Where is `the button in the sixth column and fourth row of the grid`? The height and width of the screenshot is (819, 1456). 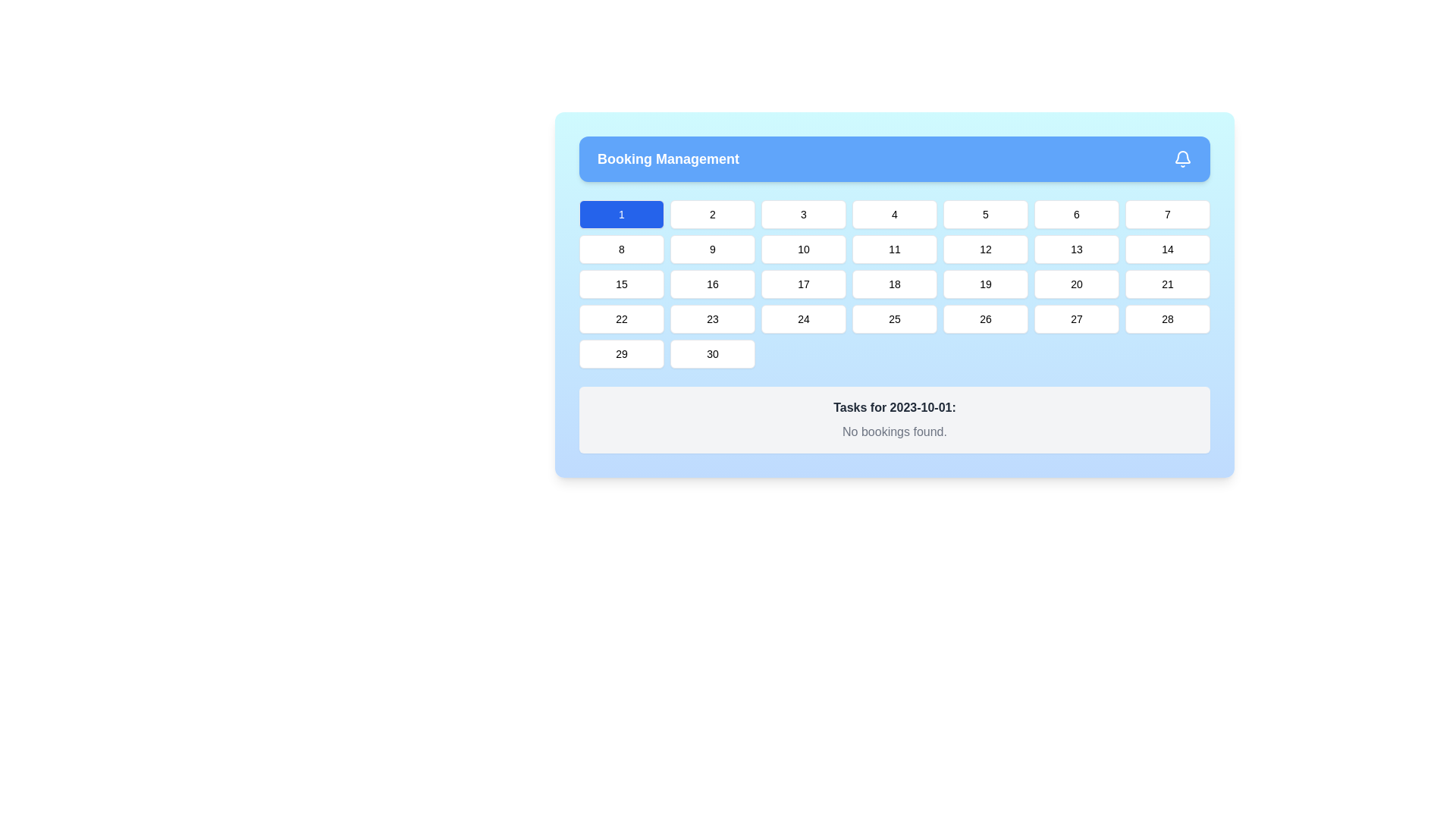 the button in the sixth column and fourth row of the grid is located at coordinates (1076, 318).